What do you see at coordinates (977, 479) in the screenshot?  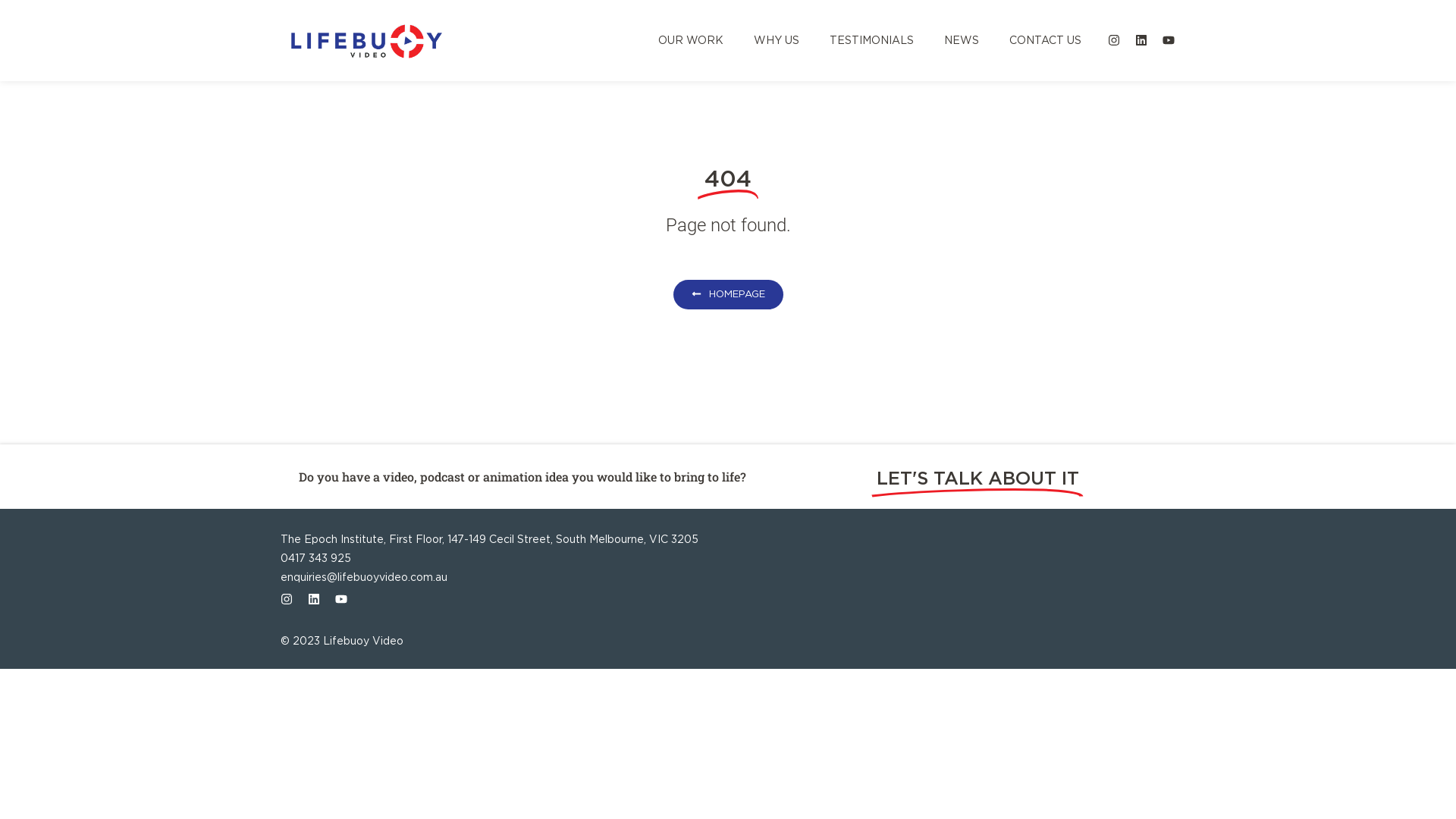 I see `'LET'S TALK ABOUT IT'` at bounding box center [977, 479].